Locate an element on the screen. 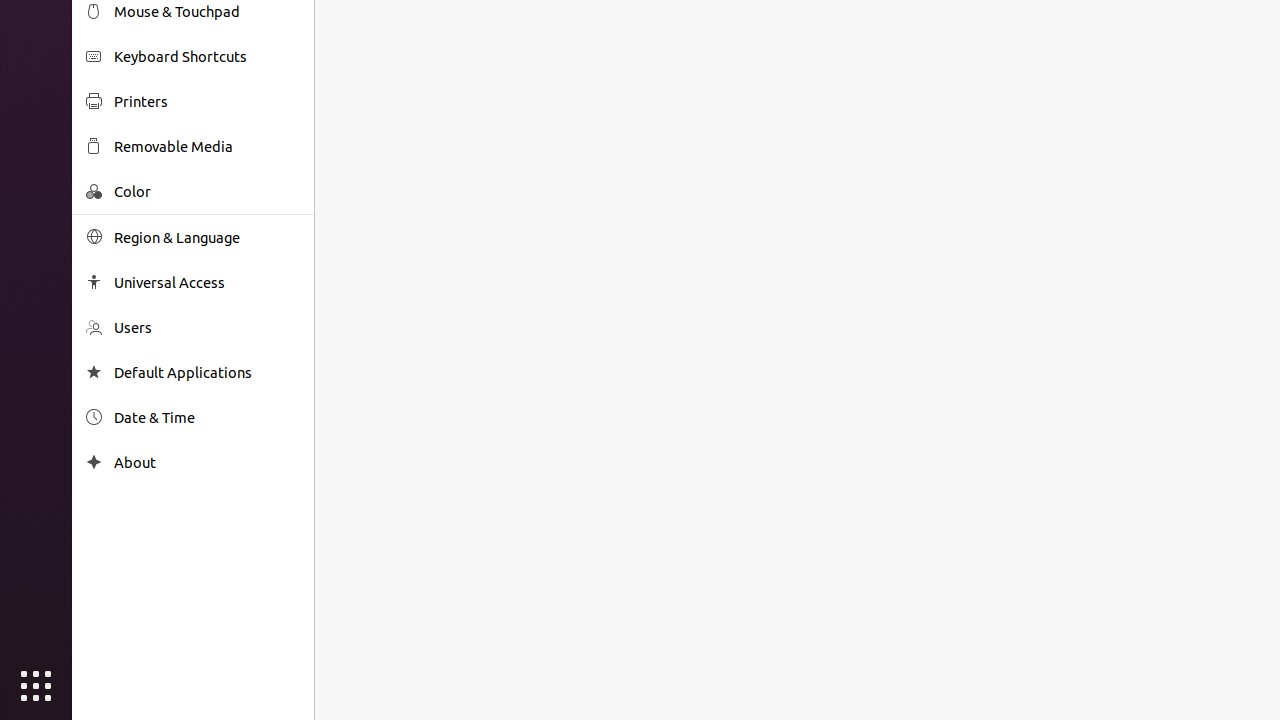  'Users' is located at coordinates (206, 326).